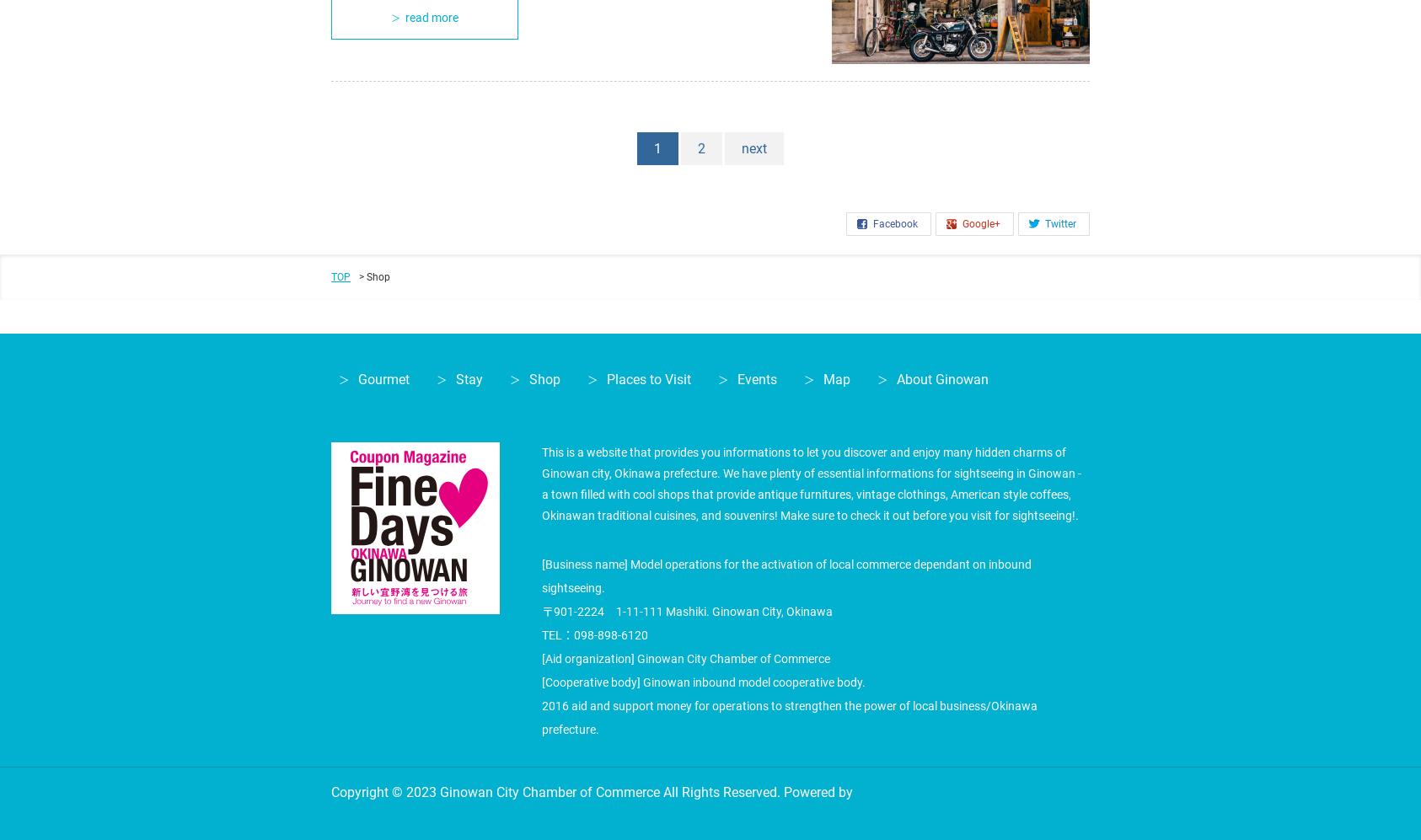  Describe the element at coordinates (980, 222) in the screenshot. I see `'Google+'` at that location.